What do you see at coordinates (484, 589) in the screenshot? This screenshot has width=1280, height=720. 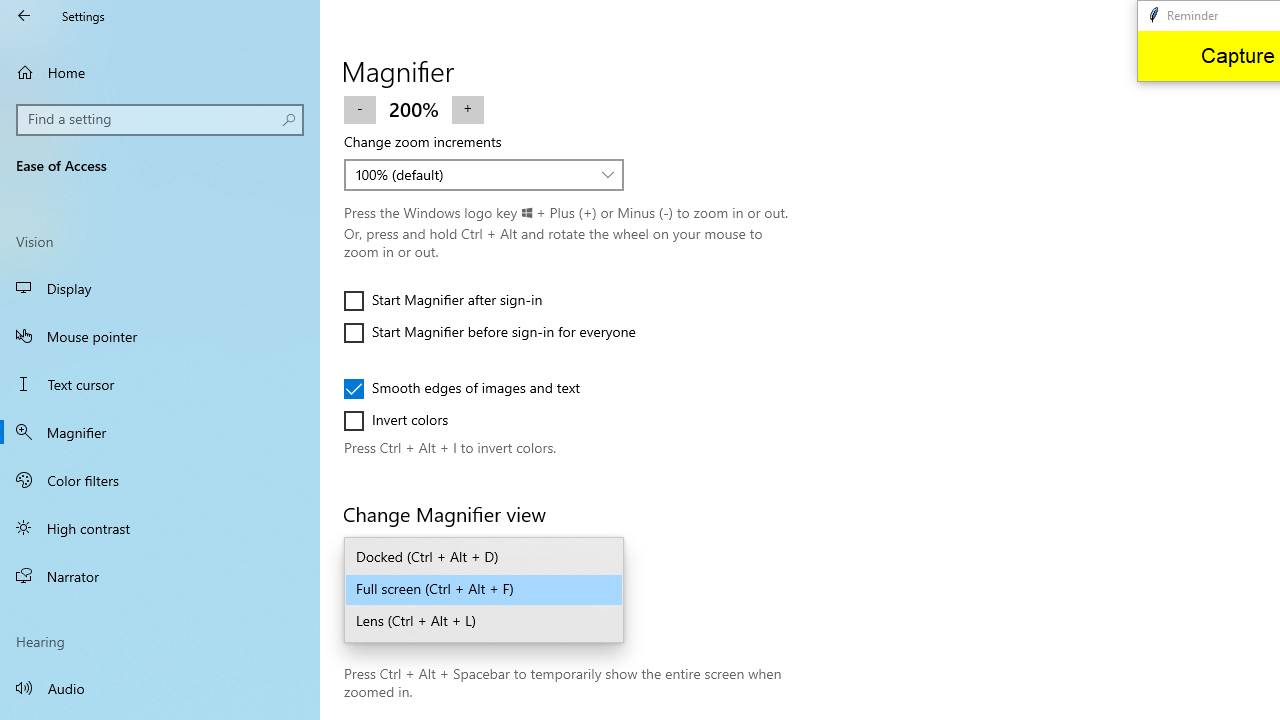 I see `'Choose a view'` at bounding box center [484, 589].